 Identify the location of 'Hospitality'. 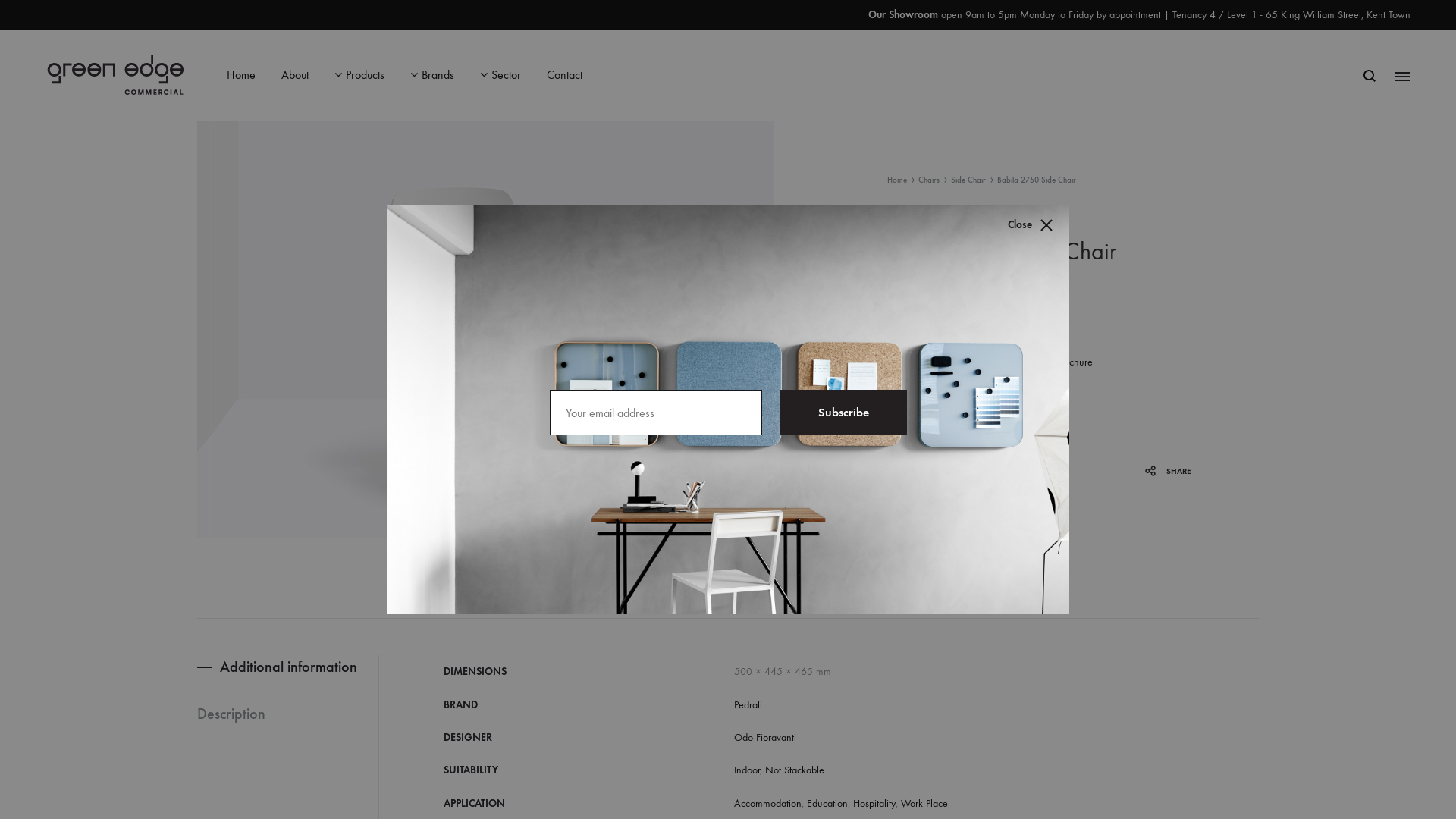
(874, 802).